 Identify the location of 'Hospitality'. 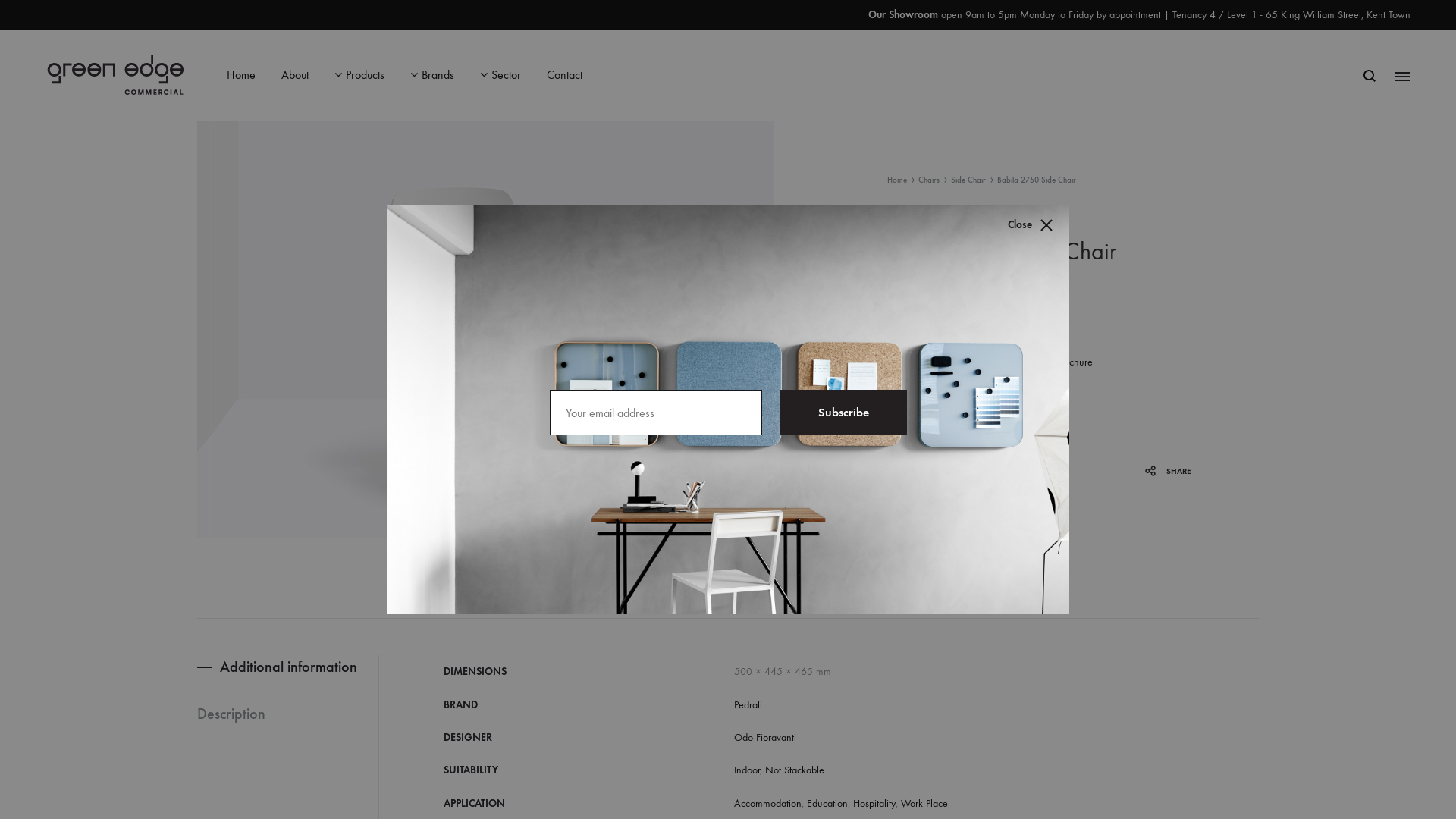
(874, 802).